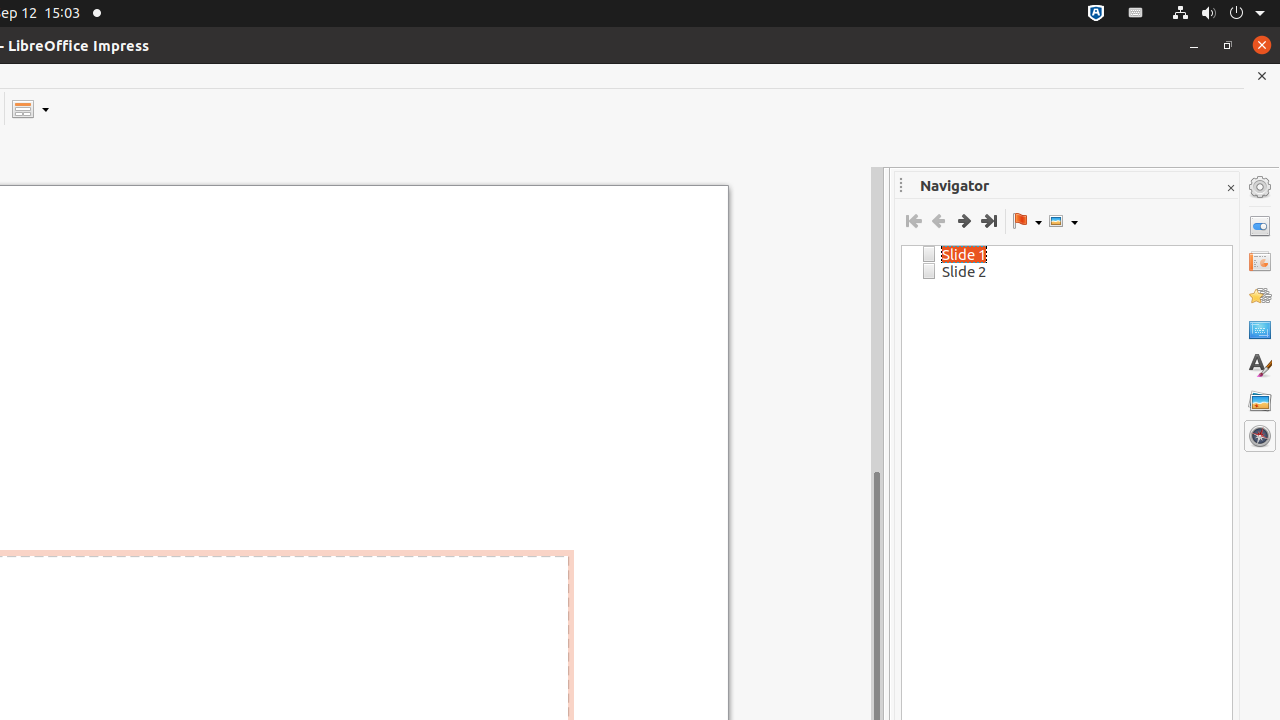  Describe the element at coordinates (937, 221) in the screenshot. I see `'Previous Slide'` at that location.